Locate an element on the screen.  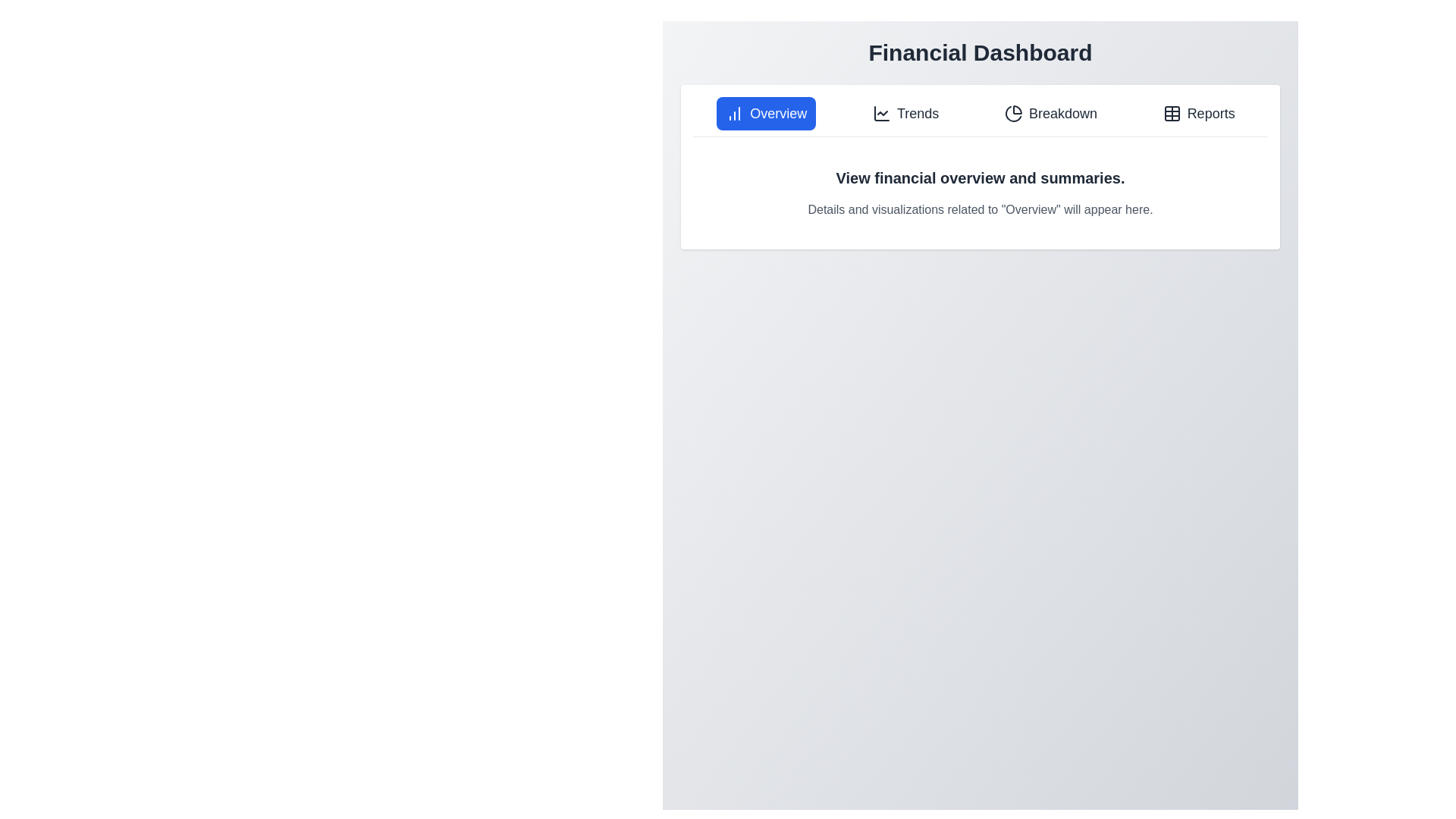
the tab labeled Overview is located at coordinates (766, 113).